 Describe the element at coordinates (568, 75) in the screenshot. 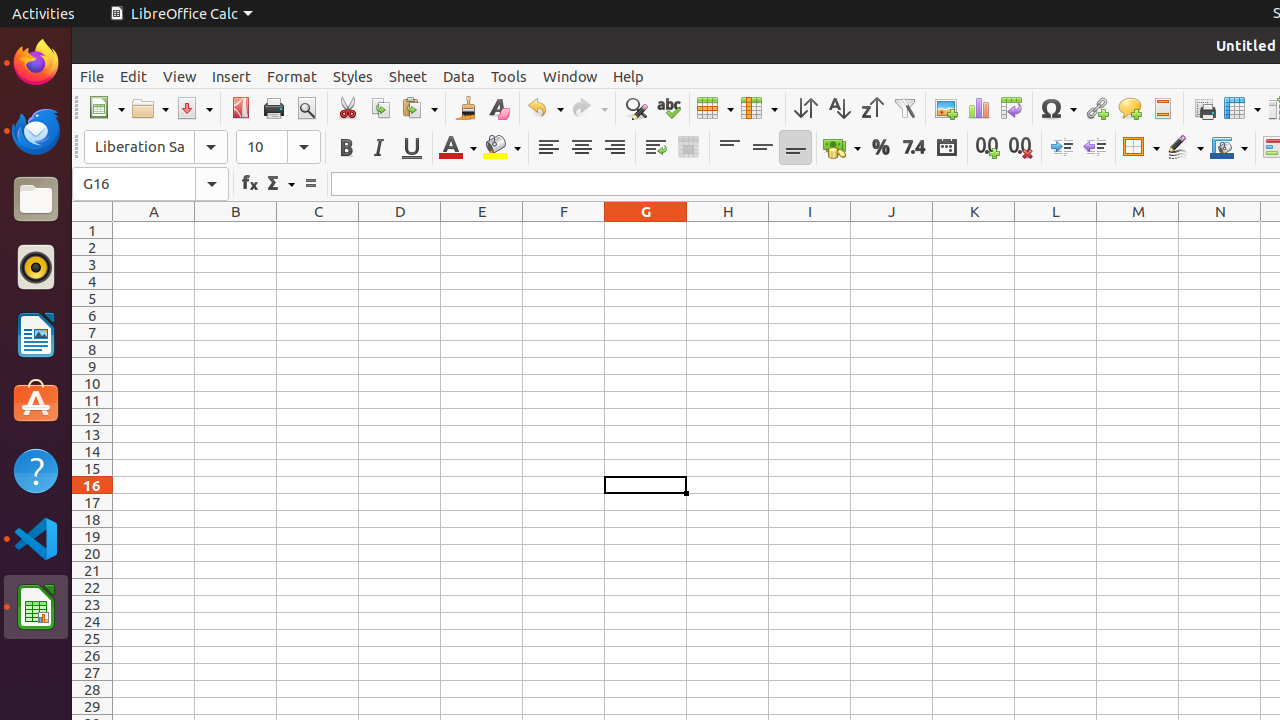

I see `'Window'` at that location.